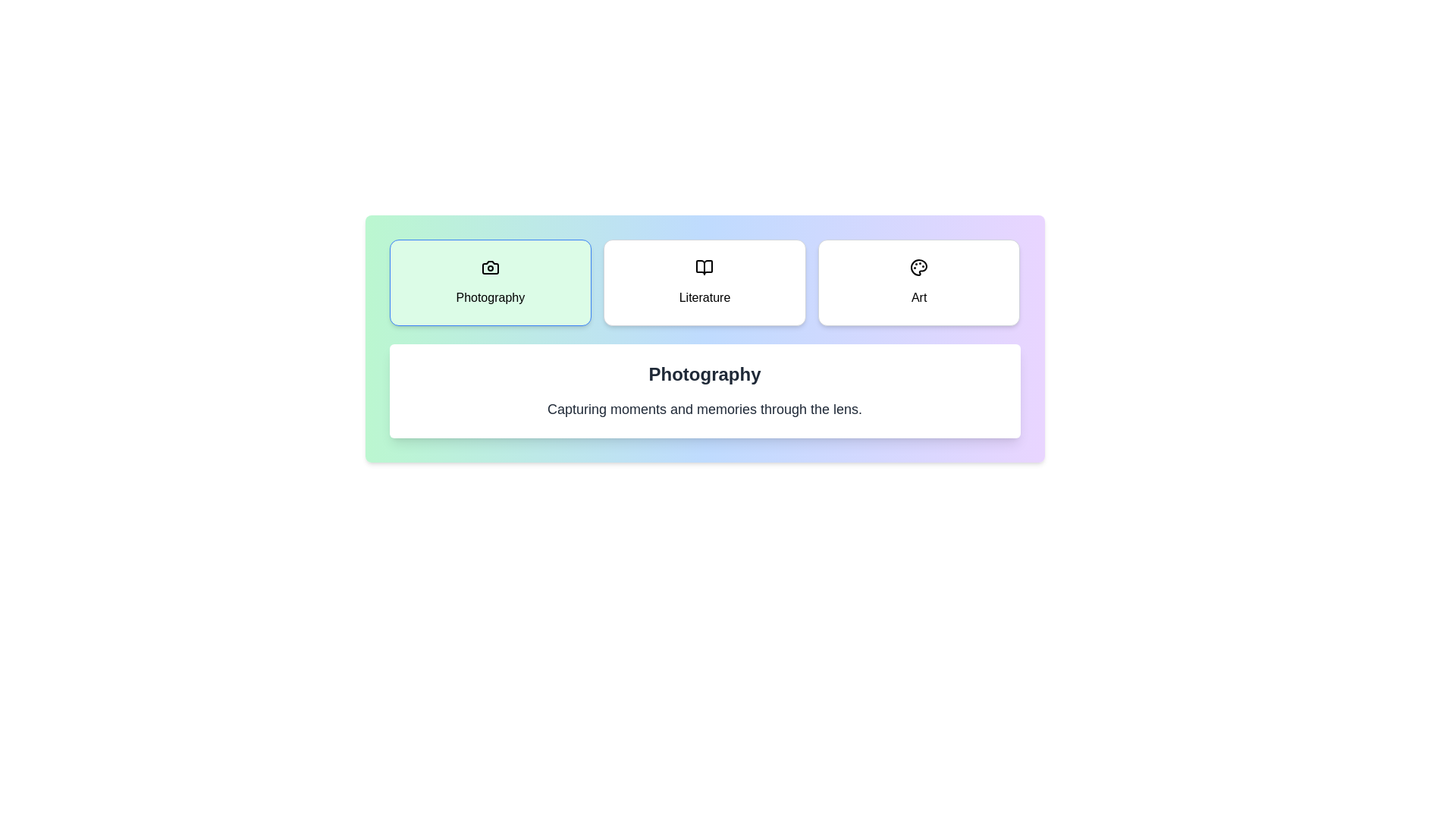 Image resolution: width=1456 pixels, height=819 pixels. What do you see at coordinates (704, 409) in the screenshot?
I see `informational content of the static text located below the heading 'Photography' in the white box with rounded corners` at bounding box center [704, 409].